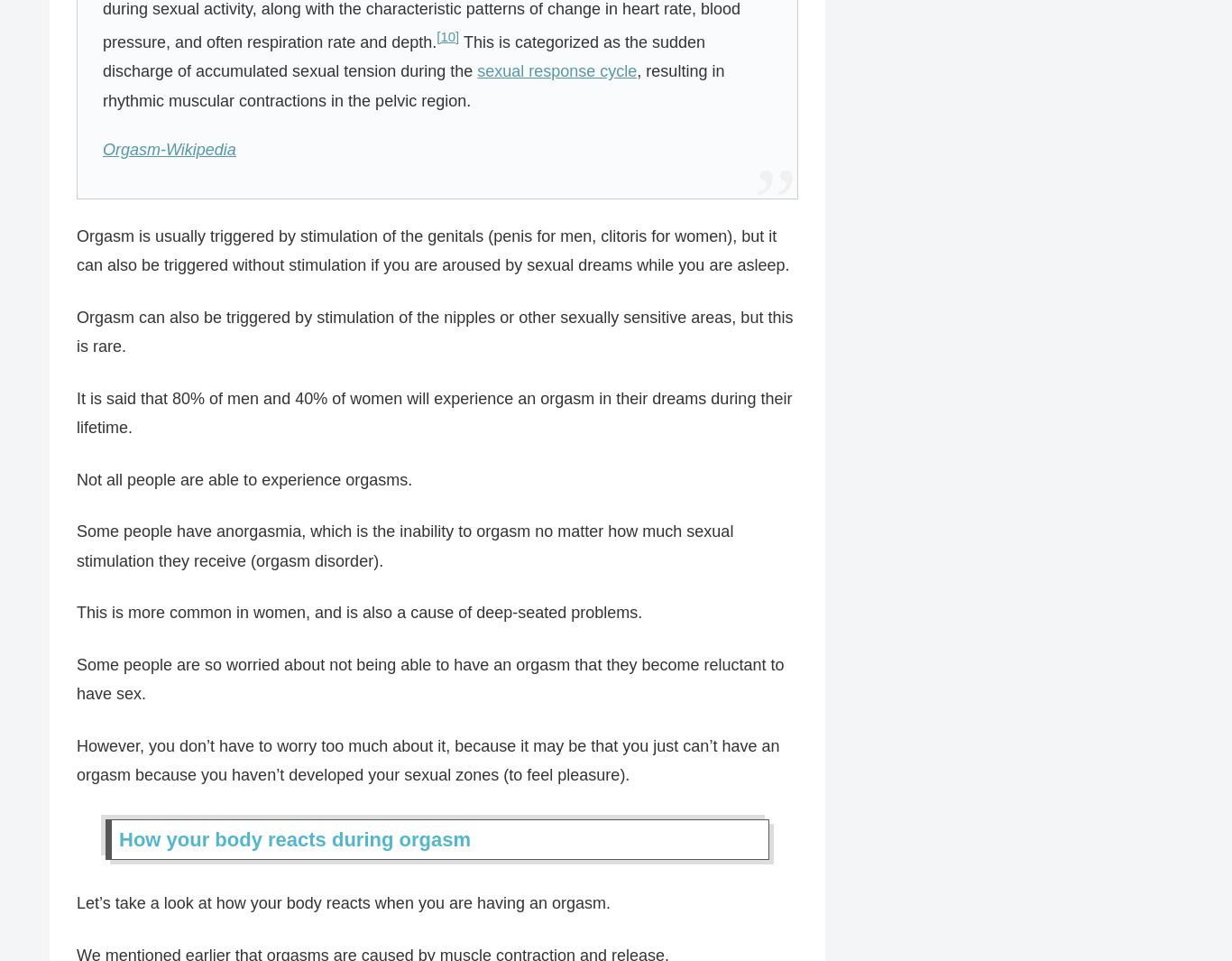 The width and height of the screenshot is (1232, 961). I want to click on 'How your body reacts during orgasm', so click(294, 838).